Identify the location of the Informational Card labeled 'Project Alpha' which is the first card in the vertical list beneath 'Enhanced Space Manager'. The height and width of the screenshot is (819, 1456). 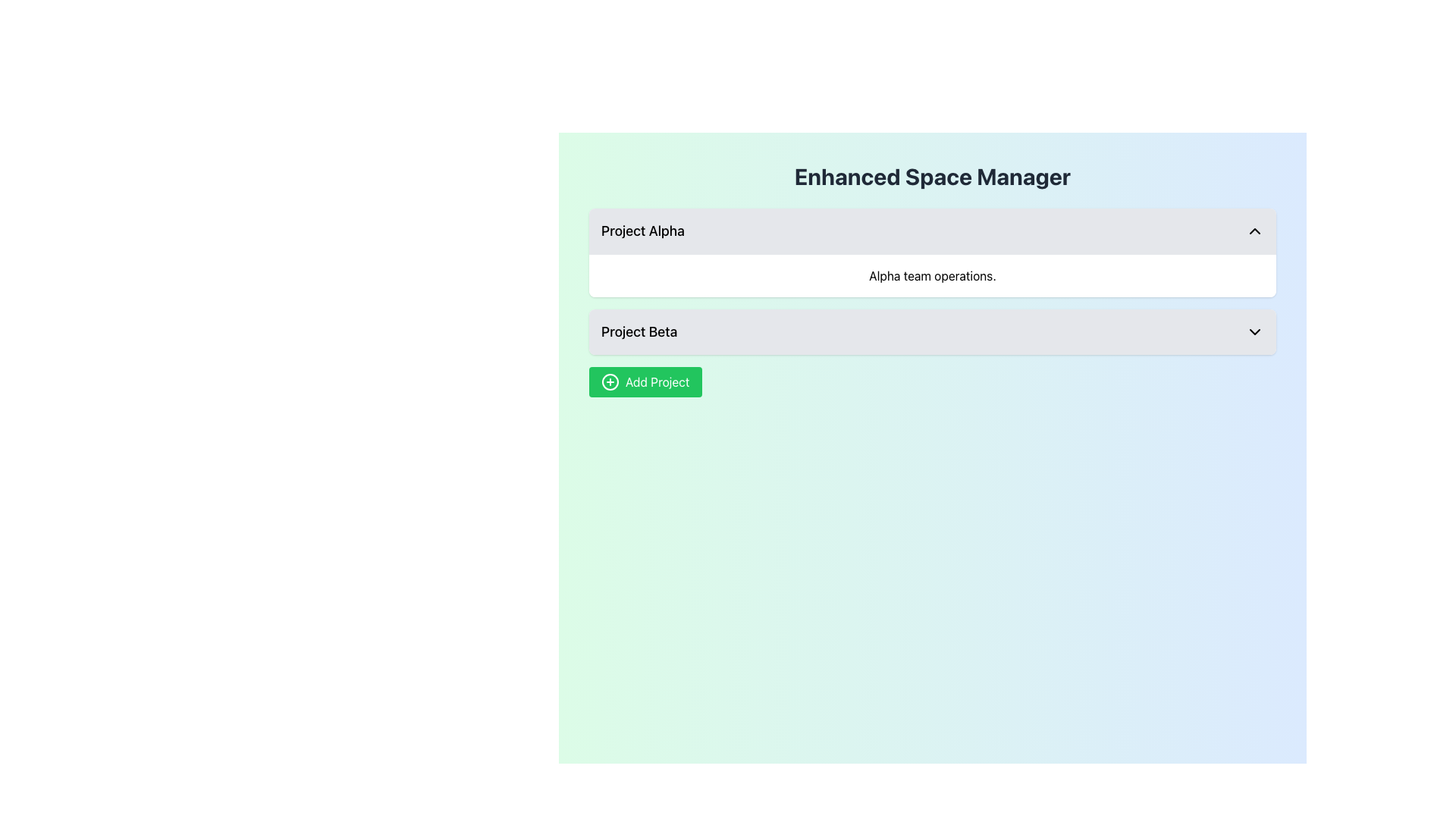
(931, 252).